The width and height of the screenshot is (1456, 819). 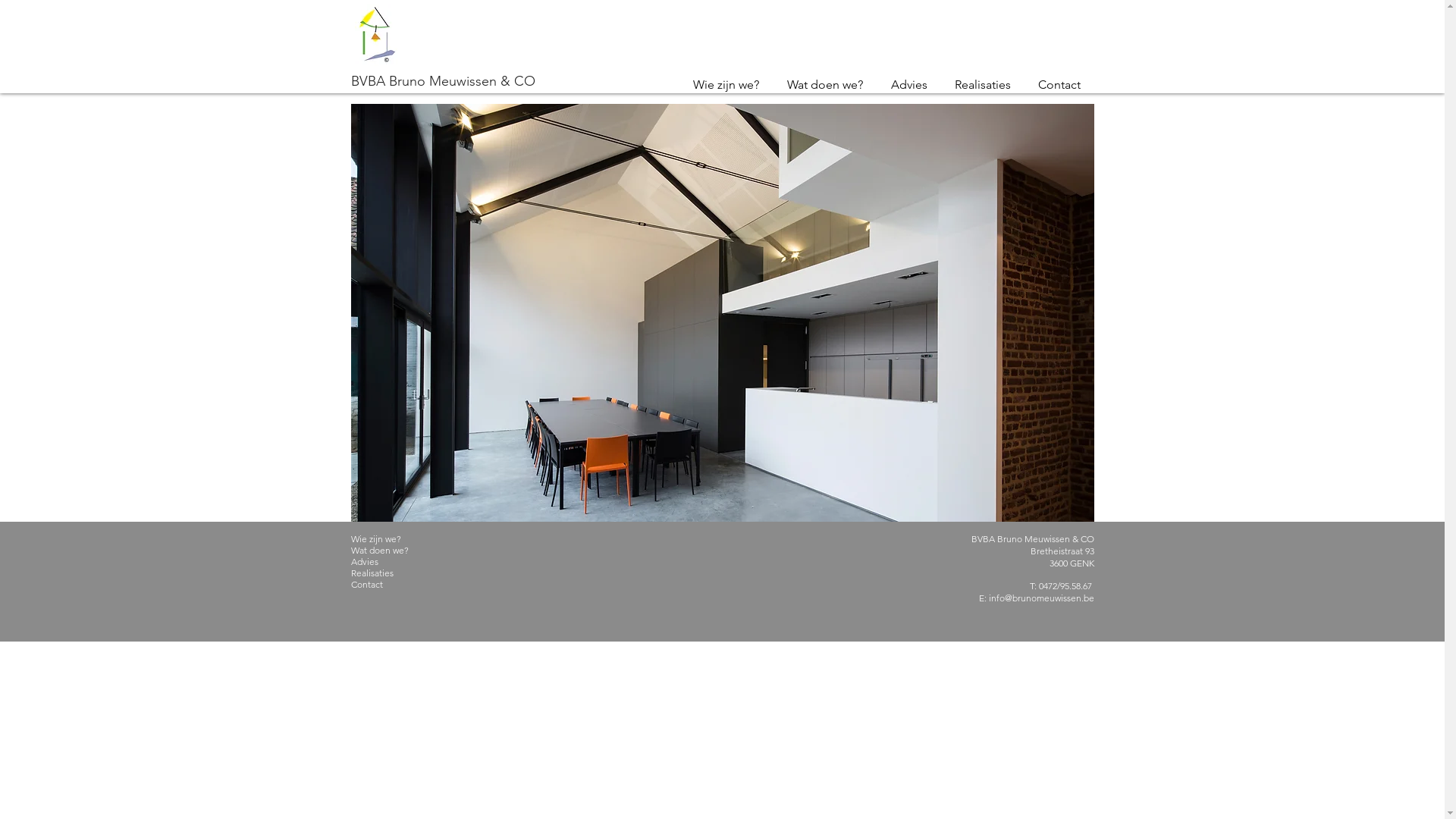 What do you see at coordinates (441, 80) in the screenshot?
I see `'BVBA Bruno Meuwissen & CO'` at bounding box center [441, 80].